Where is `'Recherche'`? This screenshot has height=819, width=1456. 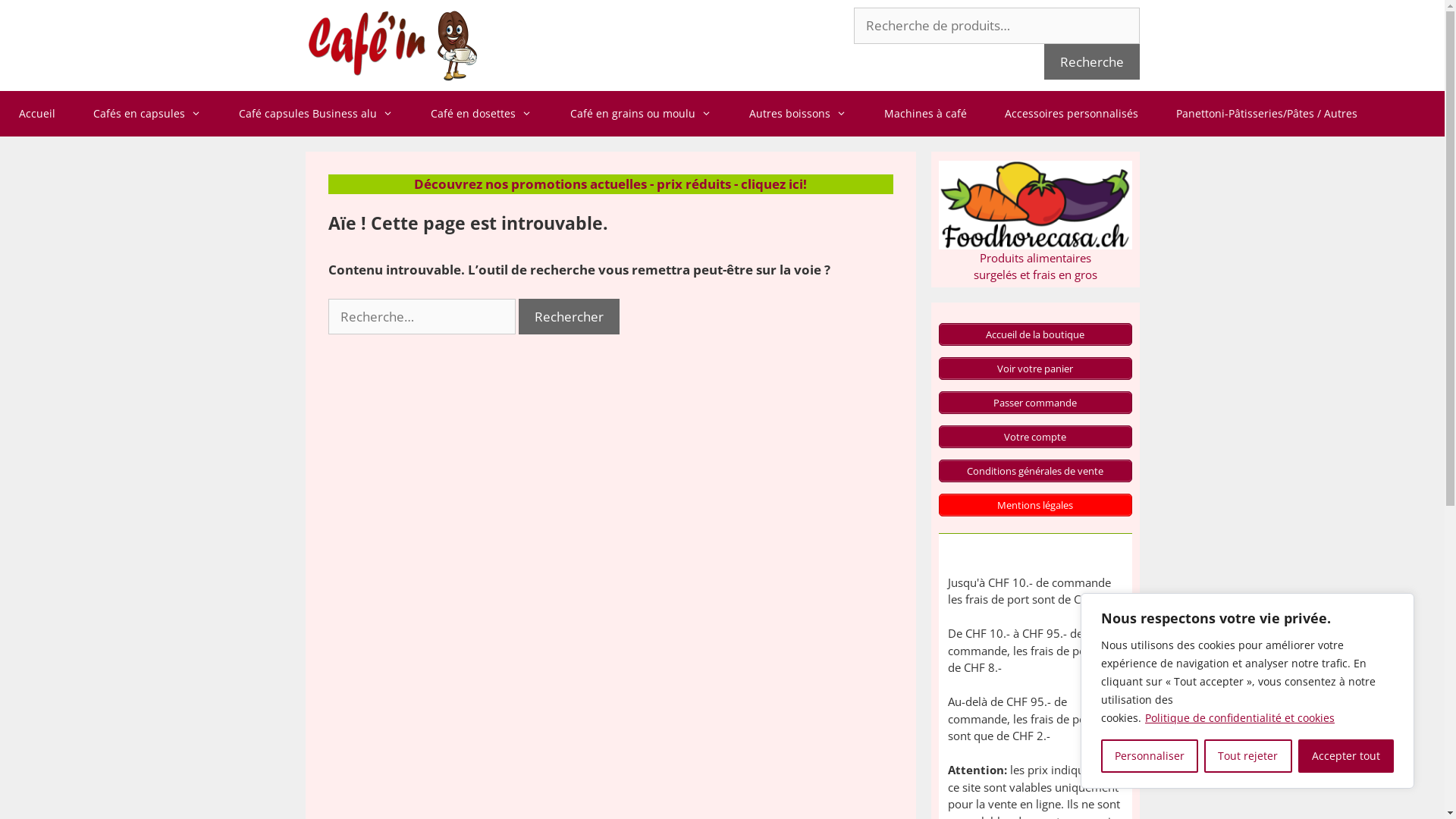 'Recherche' is located at coordinates (1090, 61).